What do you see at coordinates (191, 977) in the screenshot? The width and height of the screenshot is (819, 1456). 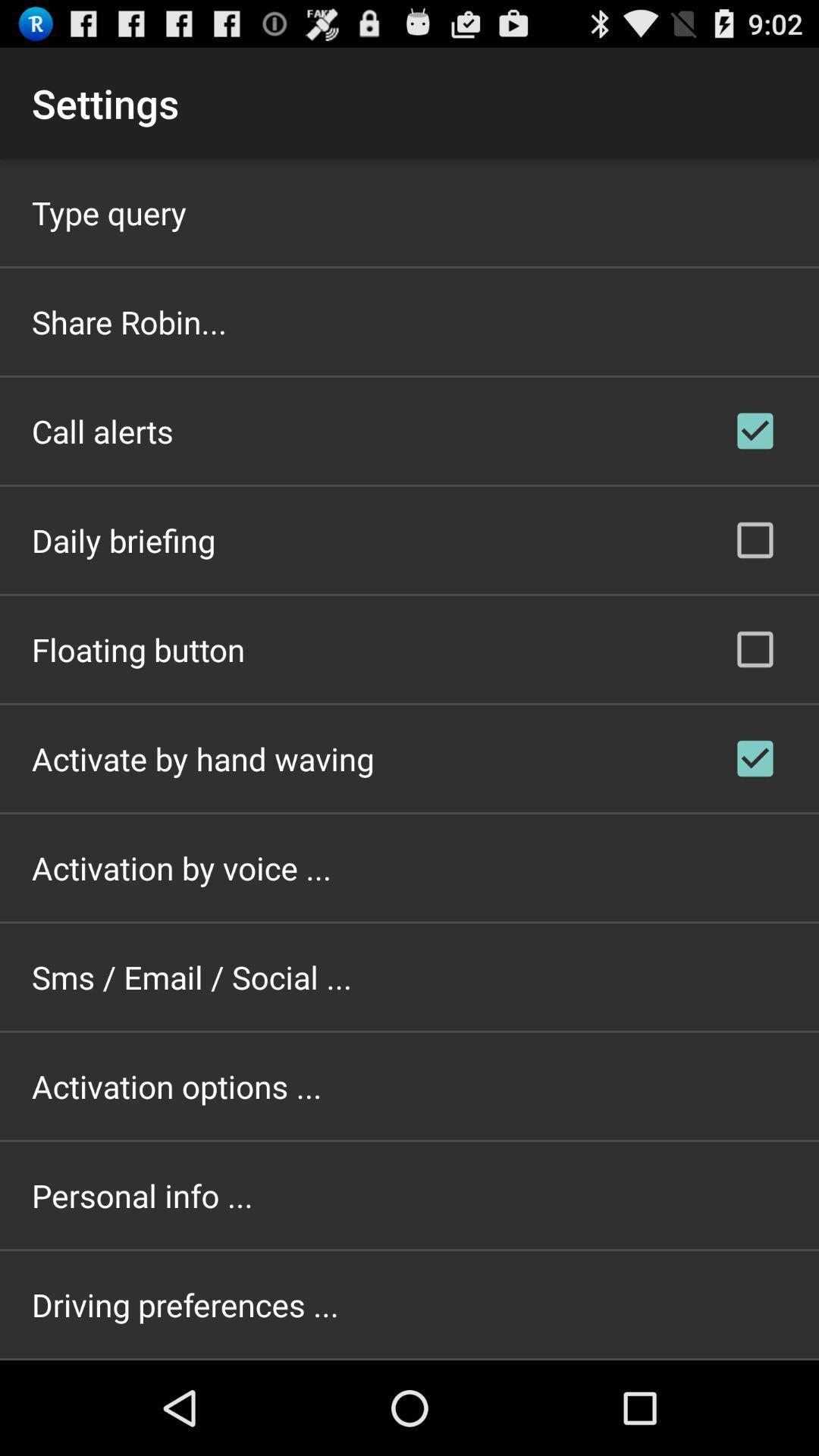 I see `the app above activation options ... app` at bounding box center [191, 977].